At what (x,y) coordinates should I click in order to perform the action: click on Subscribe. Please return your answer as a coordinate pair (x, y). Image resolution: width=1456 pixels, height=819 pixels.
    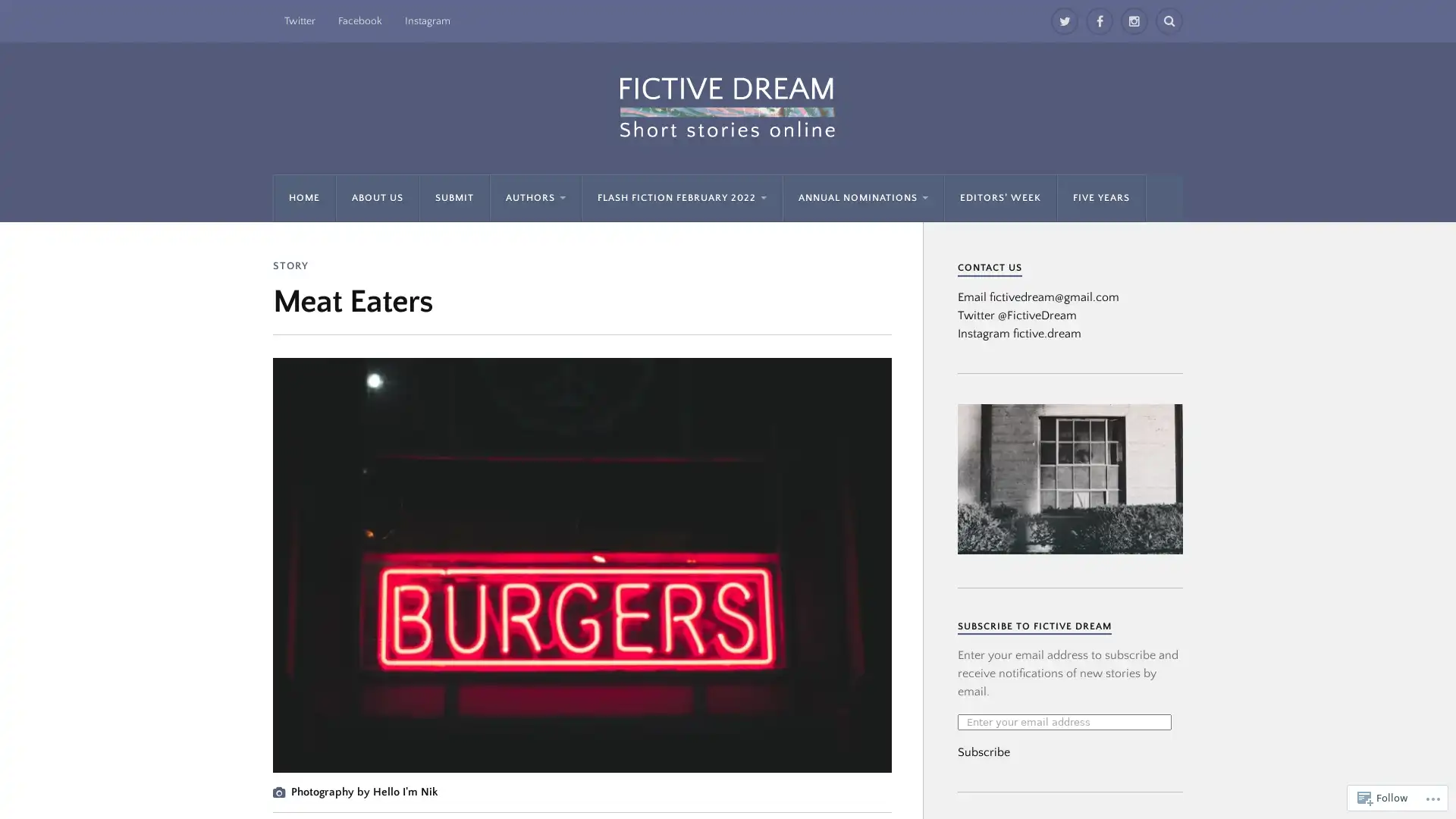
    Looking at the image, I should click on (984, 752).